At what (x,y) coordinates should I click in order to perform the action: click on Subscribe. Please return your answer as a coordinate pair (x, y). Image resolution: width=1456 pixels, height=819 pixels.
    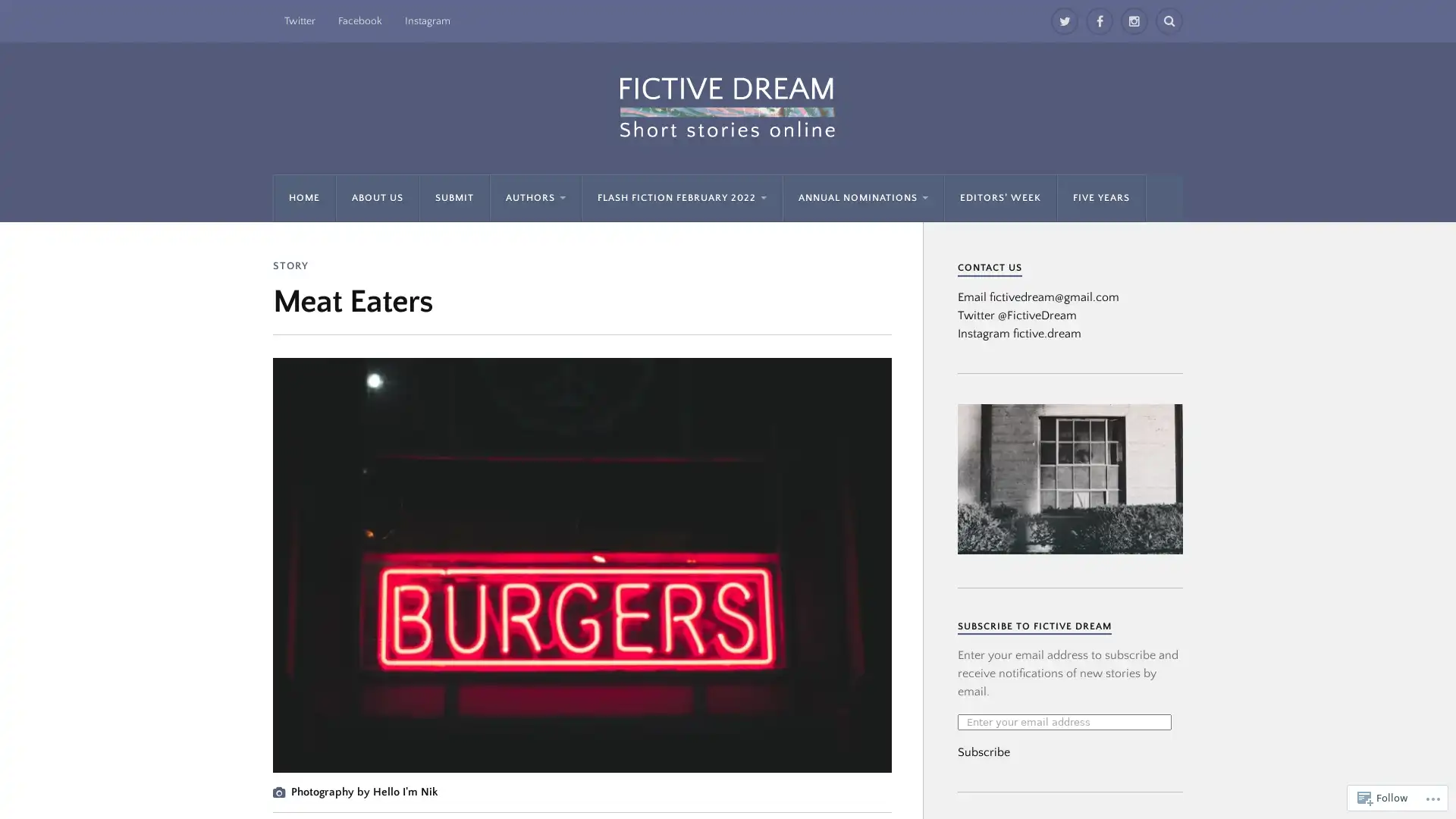
    Looking at the image, I should click on (984, 752).